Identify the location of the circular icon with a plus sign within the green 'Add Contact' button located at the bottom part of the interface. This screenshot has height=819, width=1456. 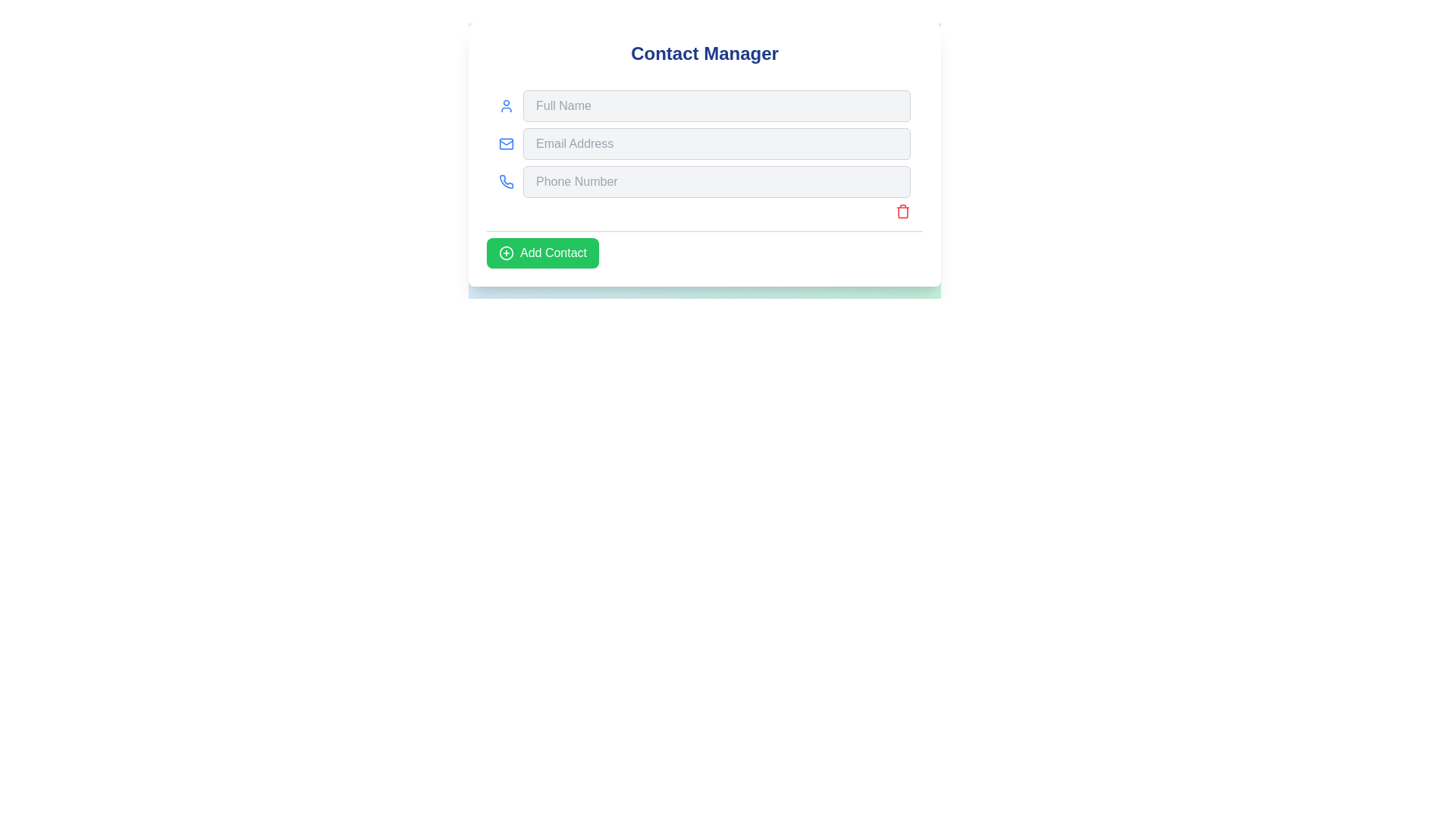
(506, 253).